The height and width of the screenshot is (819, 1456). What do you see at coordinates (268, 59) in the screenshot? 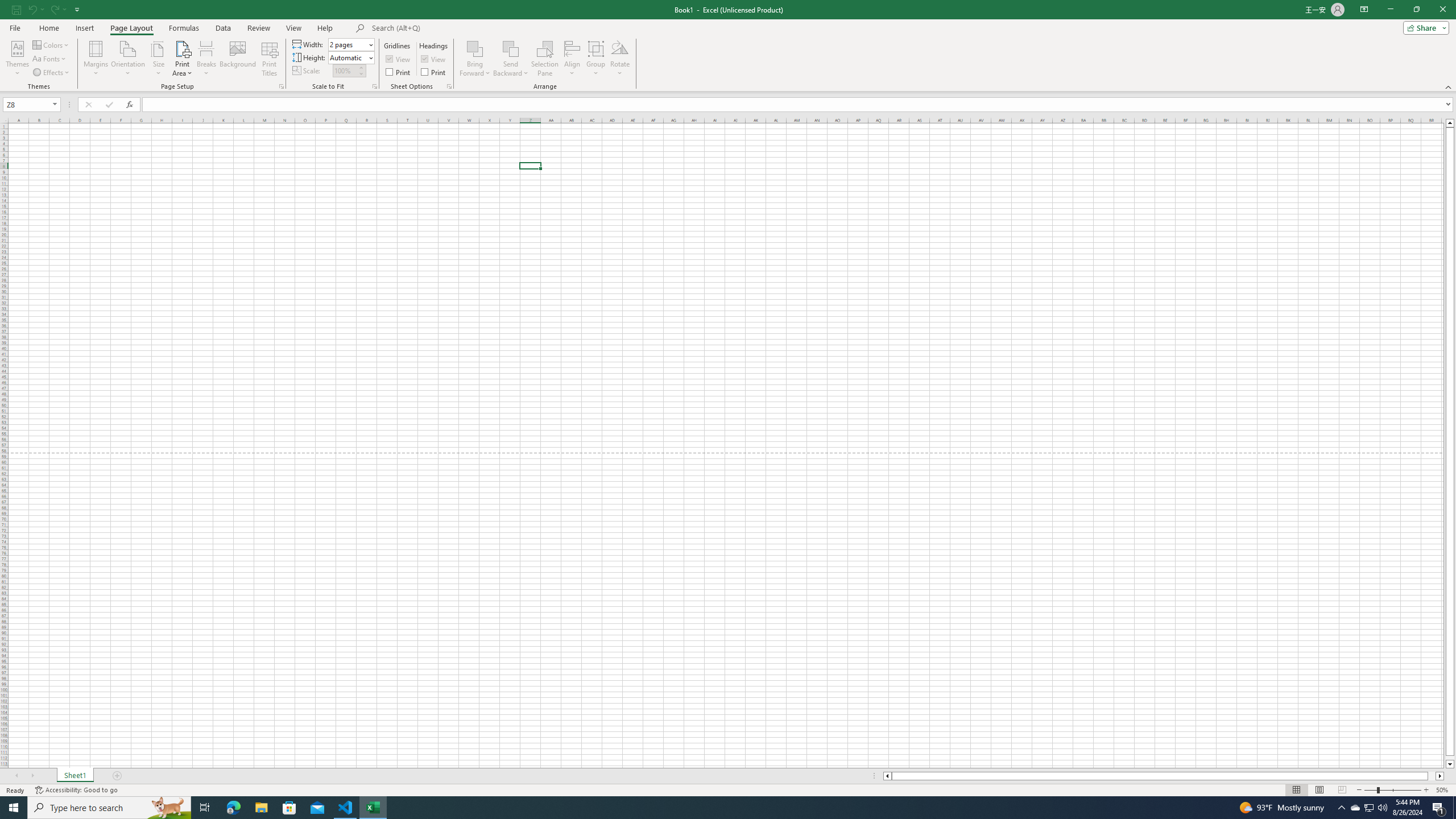
I see `'Print Titles'` at bounding box center [268, 59].